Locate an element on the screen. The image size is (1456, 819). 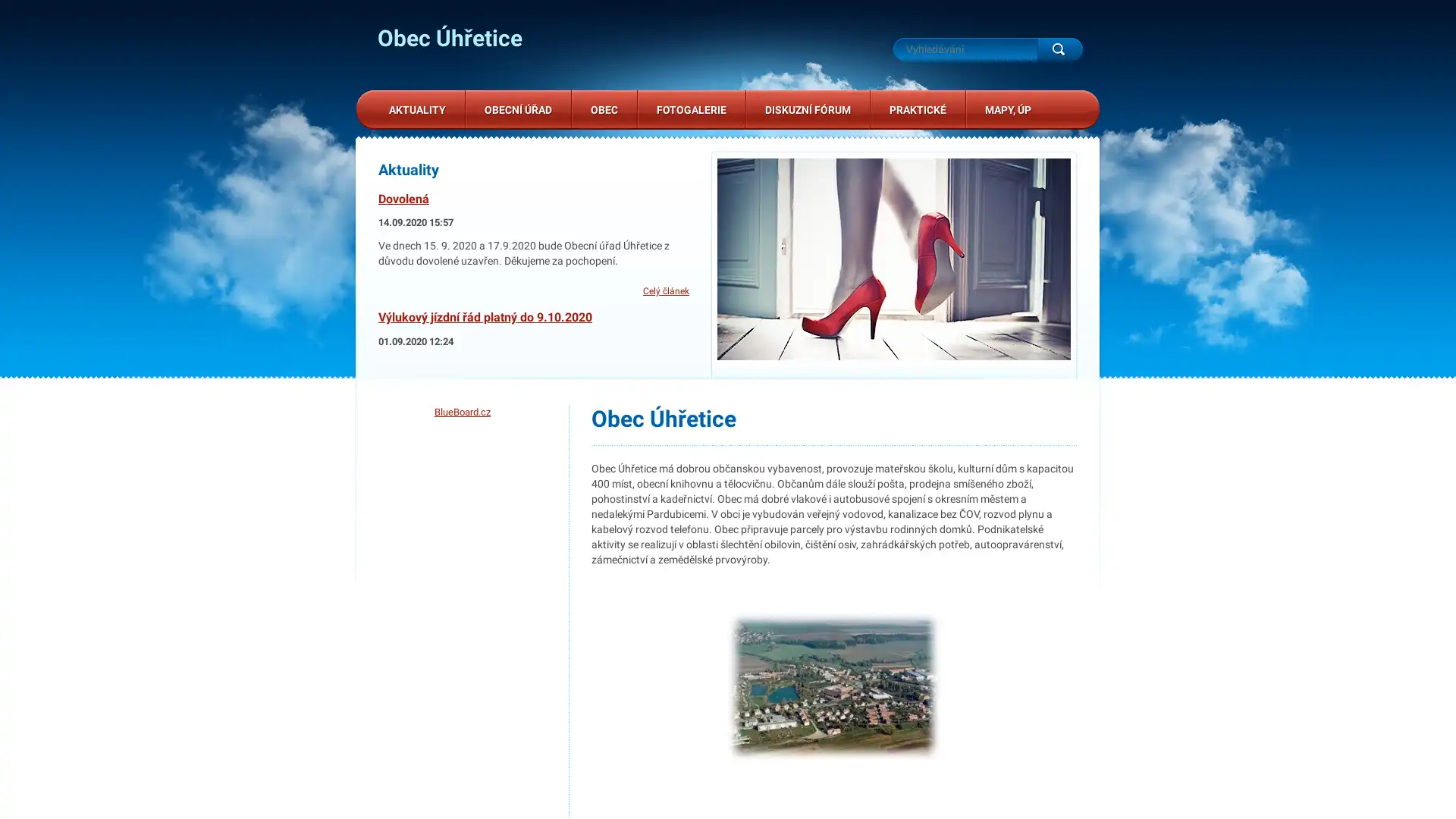
Hledat is located at coordinates (1059, 49).